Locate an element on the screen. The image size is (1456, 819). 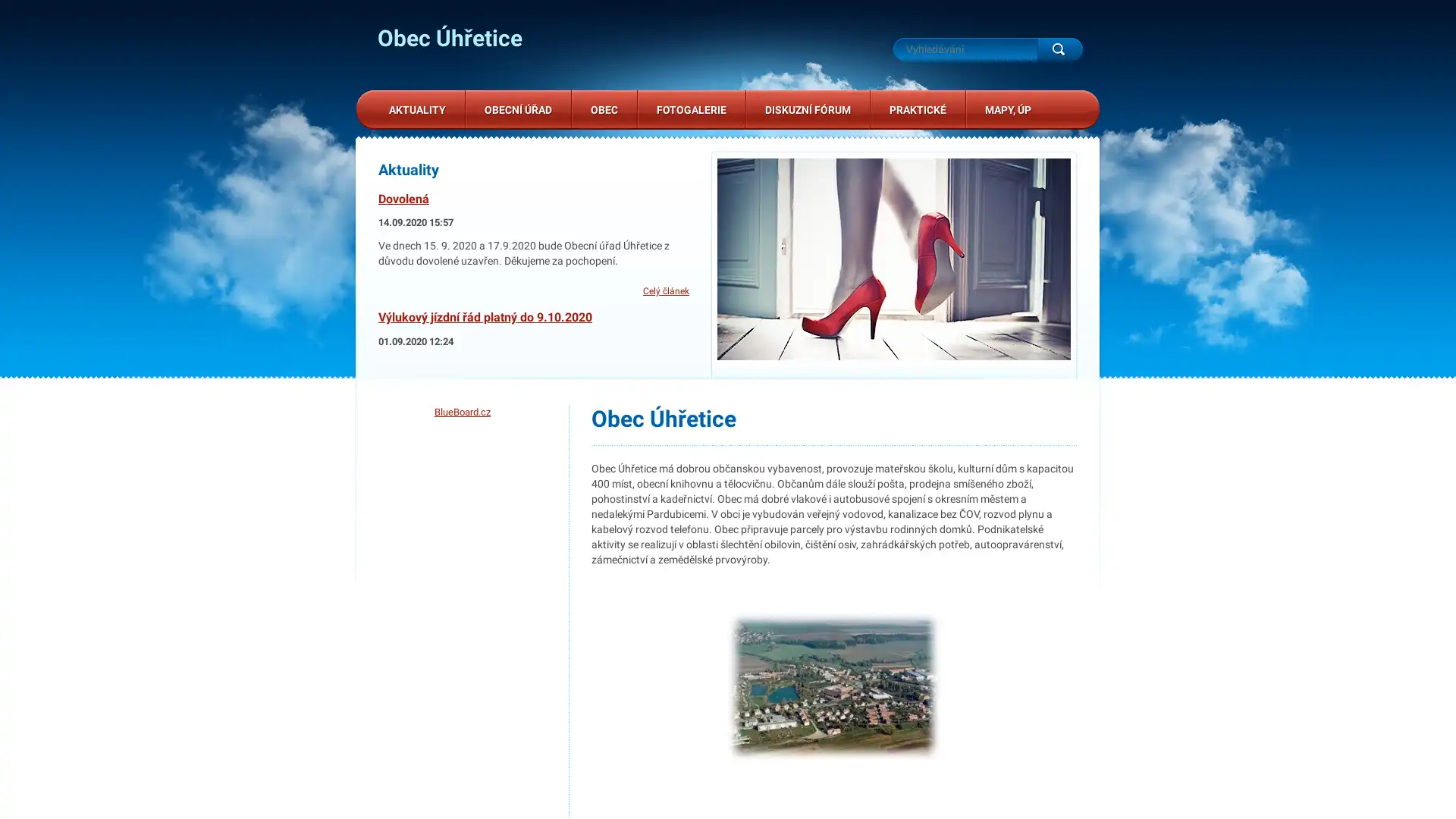
Hledat is located at coordinates (1059, 49).